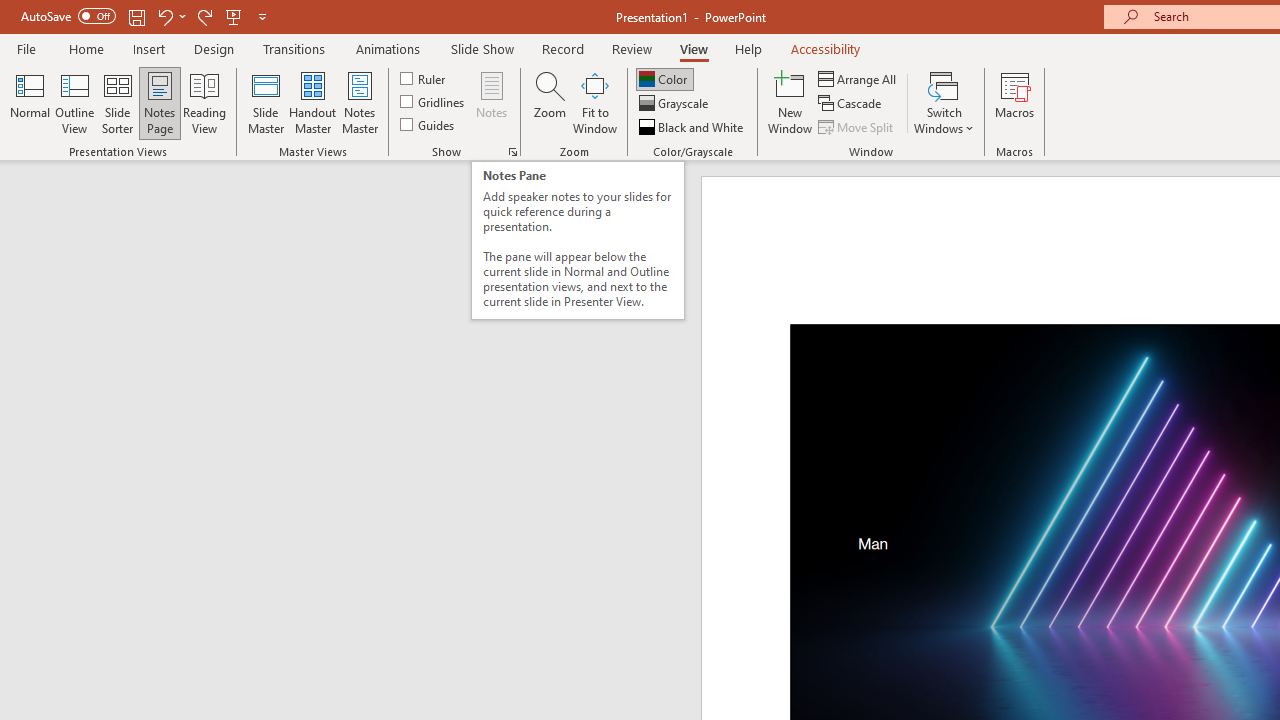  Describe the element at coordinates (427, 124) in the screenshot. I see `'Guides'` at that location.